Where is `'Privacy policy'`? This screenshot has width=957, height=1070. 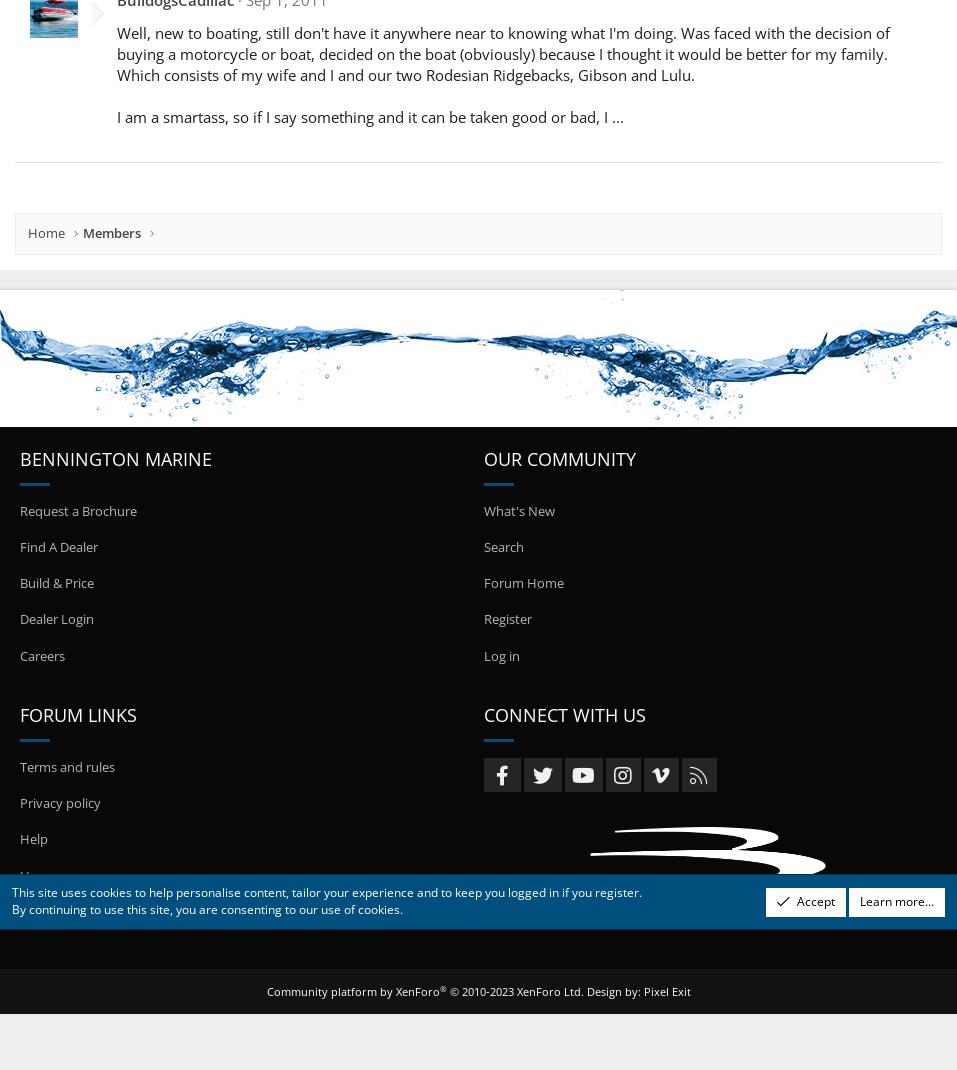 'Privacy policy' is located at coordinates (59, 803).